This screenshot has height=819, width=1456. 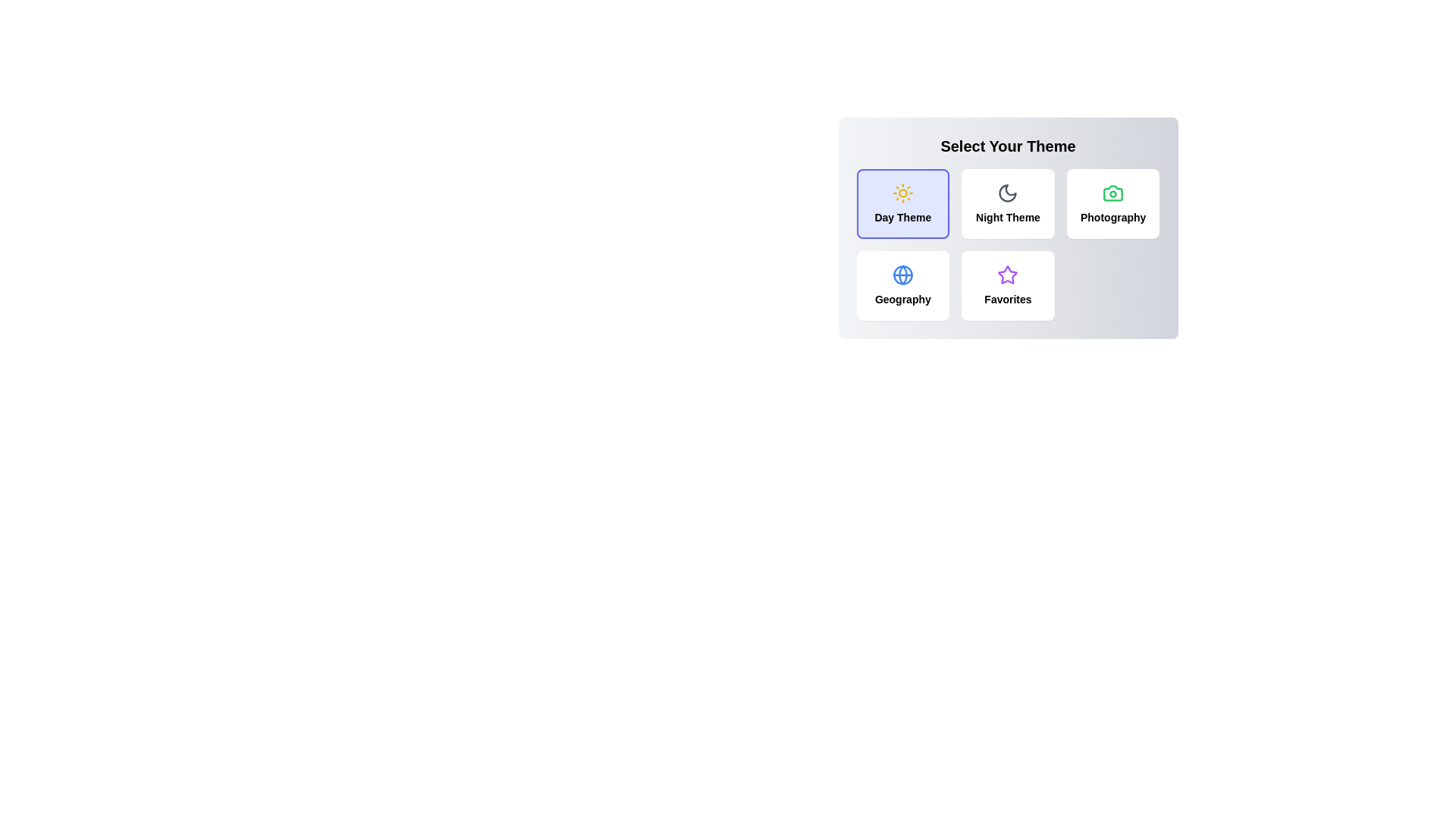 I want to click on the button with a green camera icon and the text 'Photography', so click(x=1113, y=203).